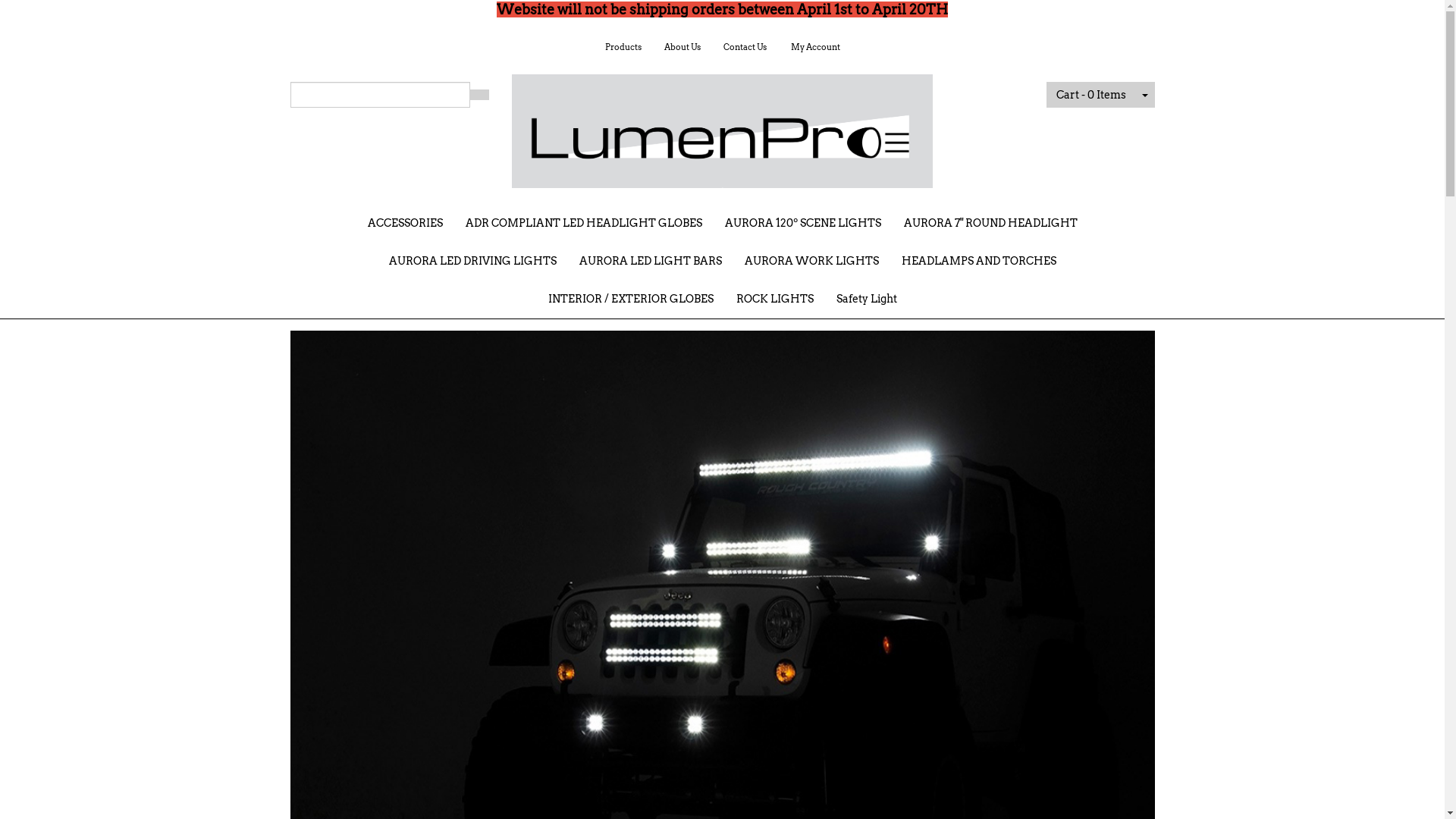 Image resolution: width=1456 pixels, height=819 pixels. What do you see at coordinates (622, 45) in the screenshot?
I see `'Products'` at bounding box center [622, 45].